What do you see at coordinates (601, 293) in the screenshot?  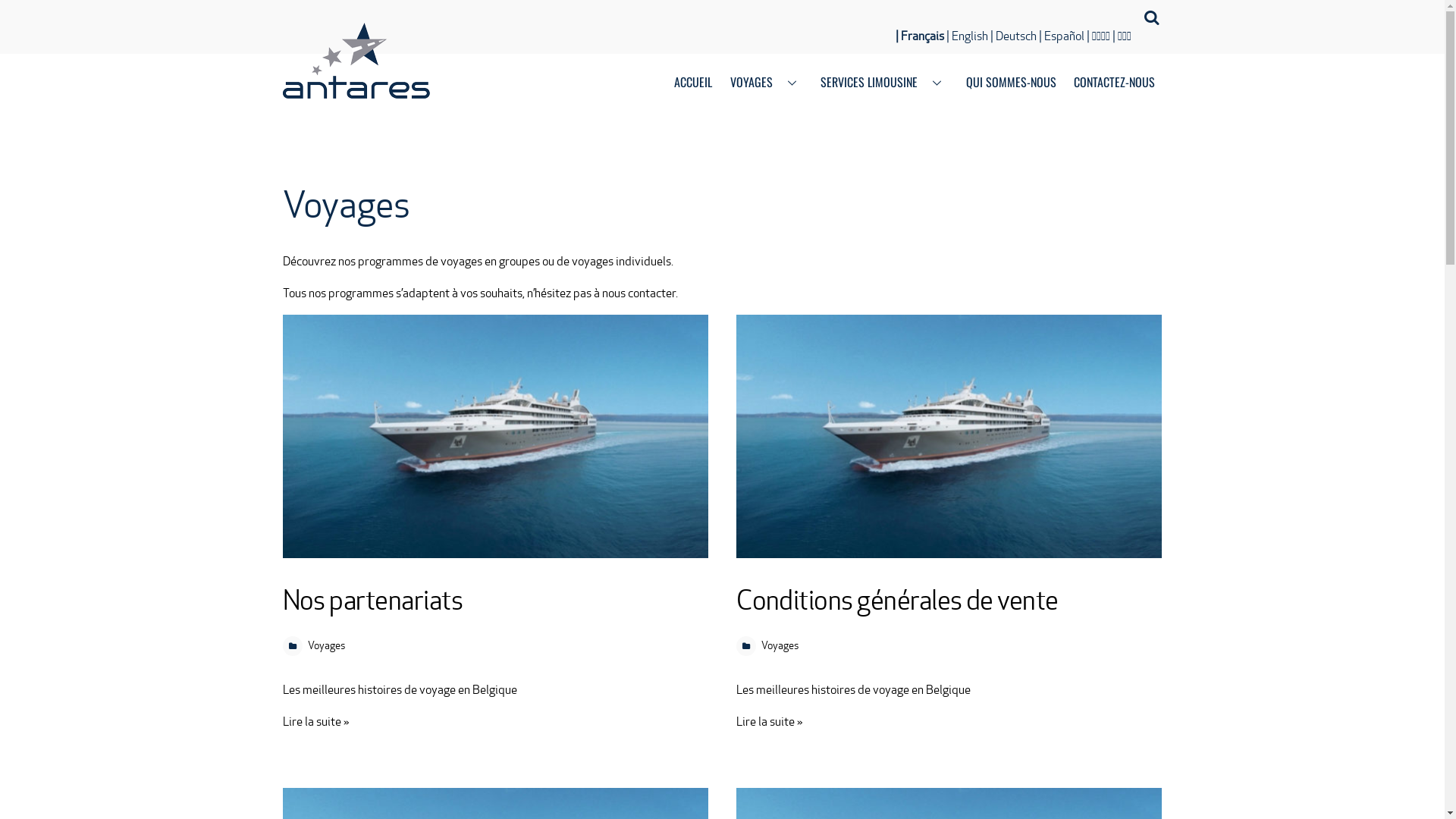 I see `'nous contacter'` at bounding box center [601, 293].